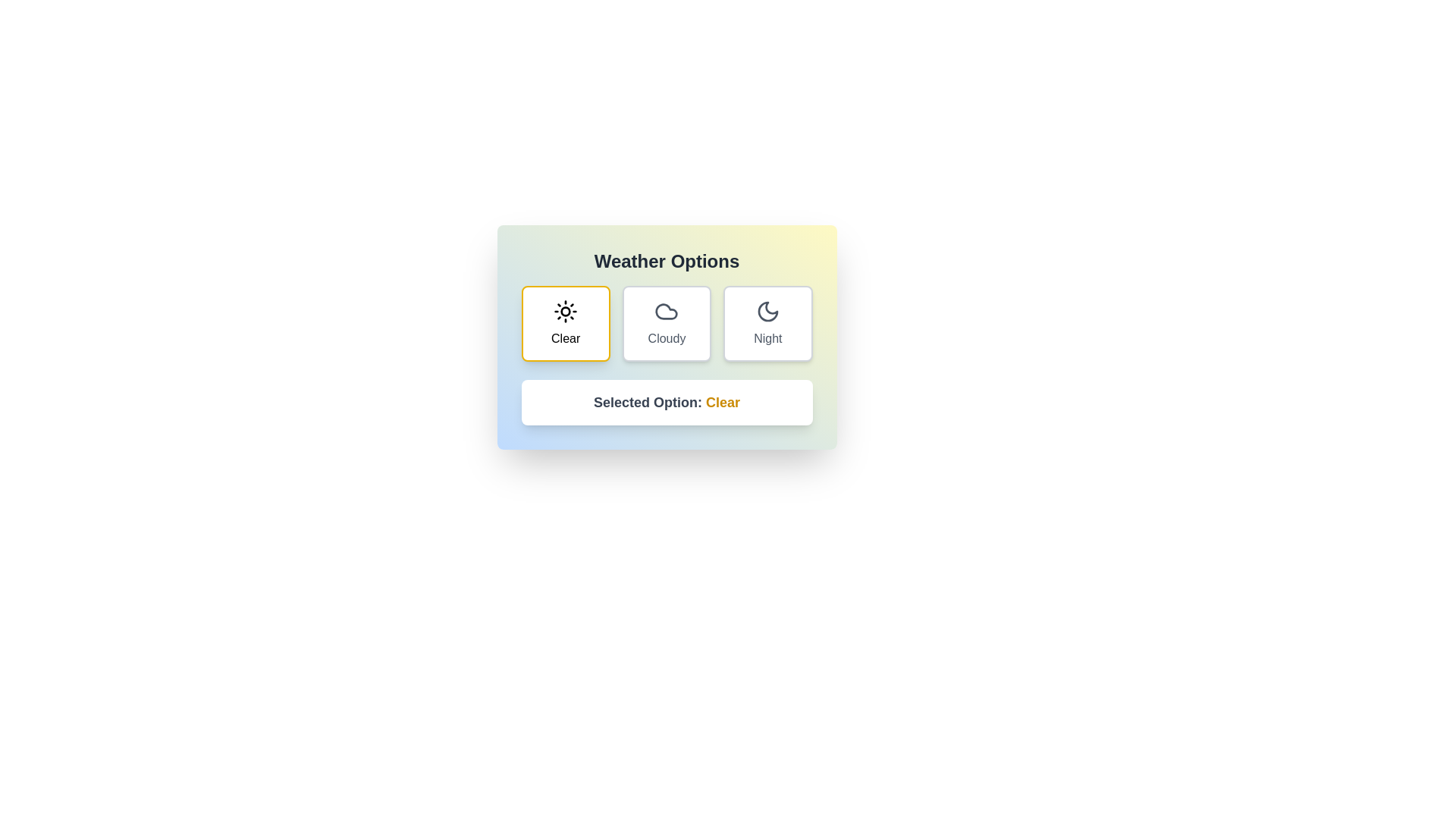  What do you see at coordinates (667, 338) in the screenshot?
I see `the text label displaying 'Cloudy', which is styled in gray and located below a cloud icon` at bounding box center [667, 338].